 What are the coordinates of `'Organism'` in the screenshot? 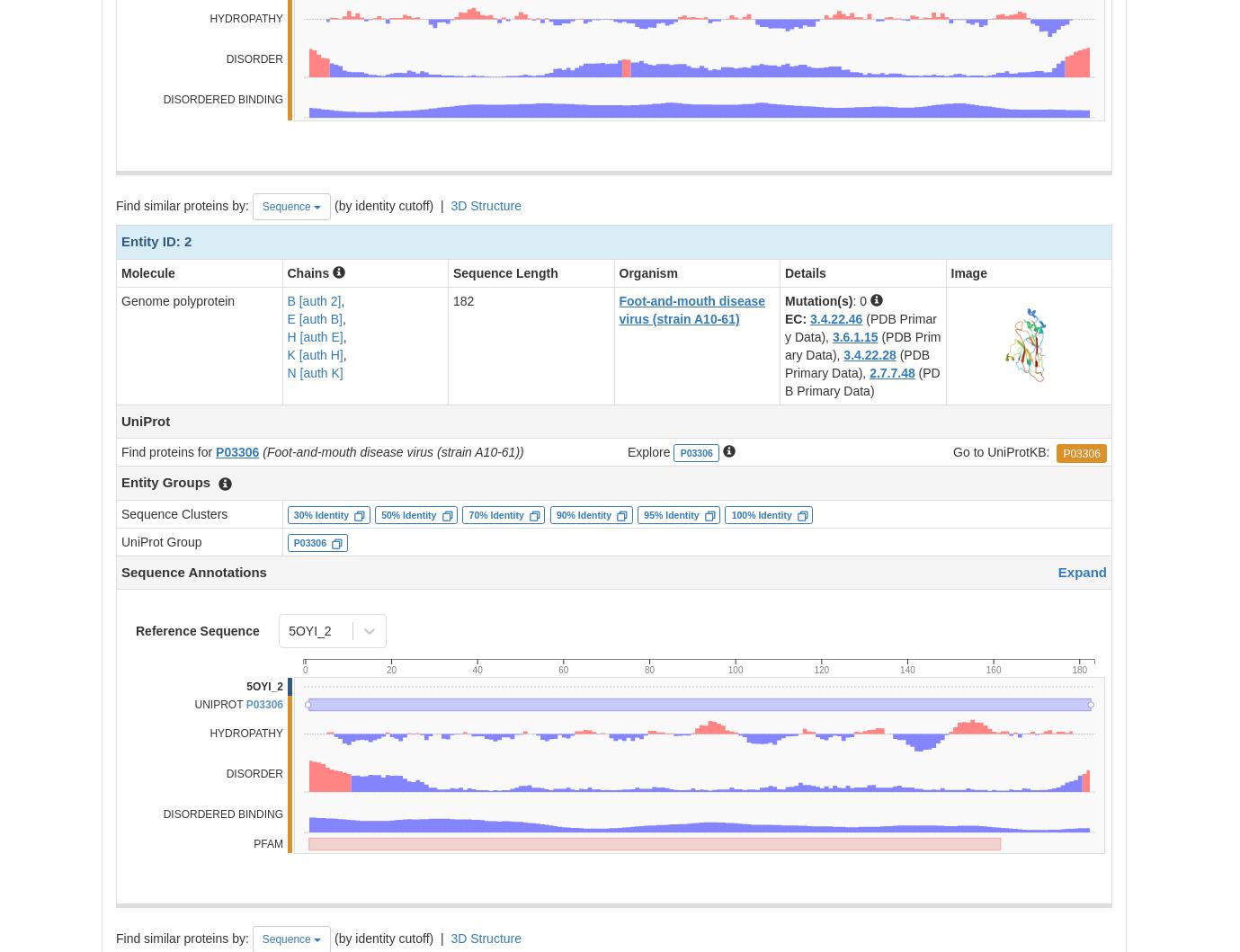 It's located at (647, 271).